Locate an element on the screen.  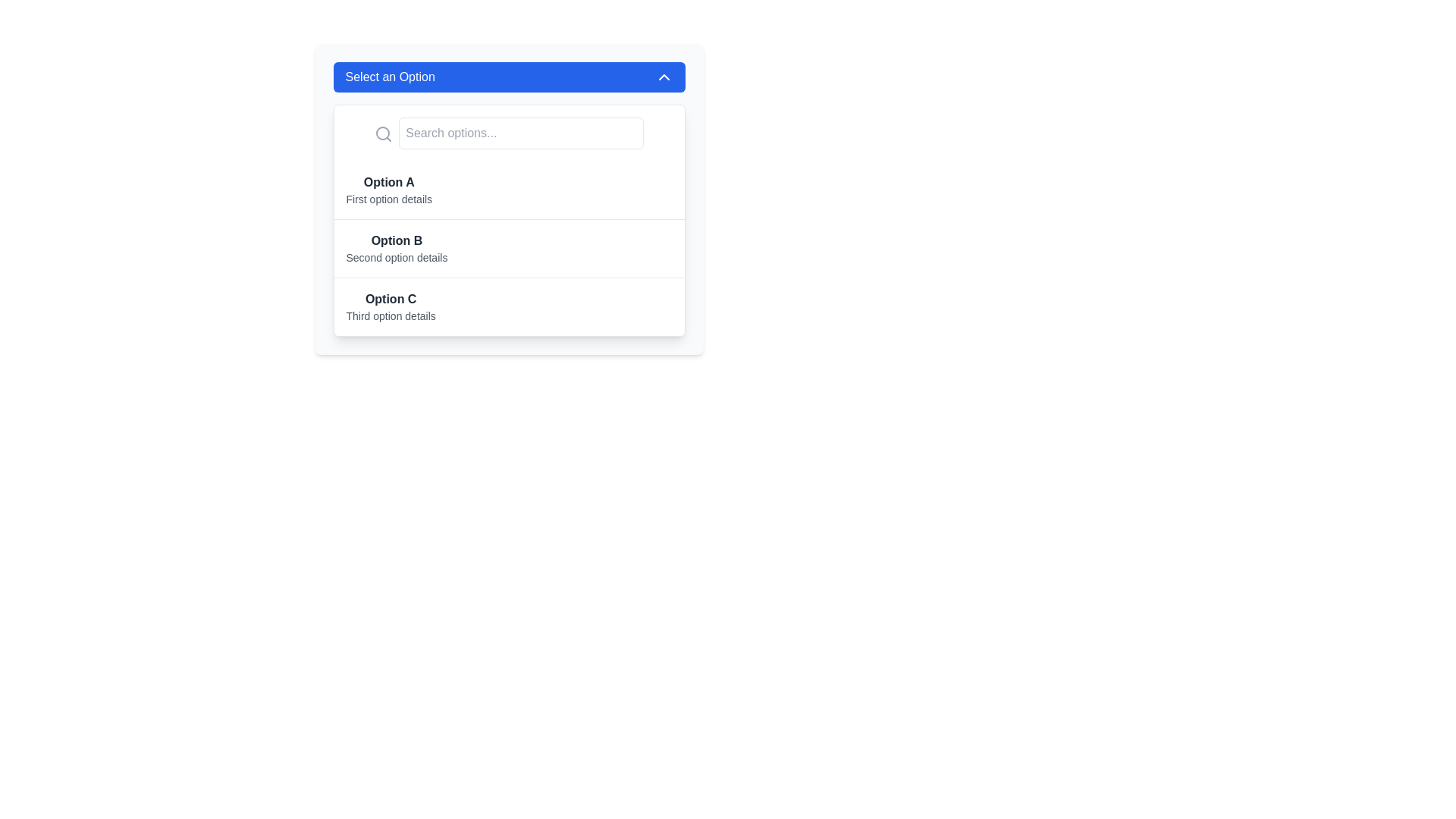
the selectable list item representing 'Option B' in the dropdown menu is located at coordinates (397, 247).